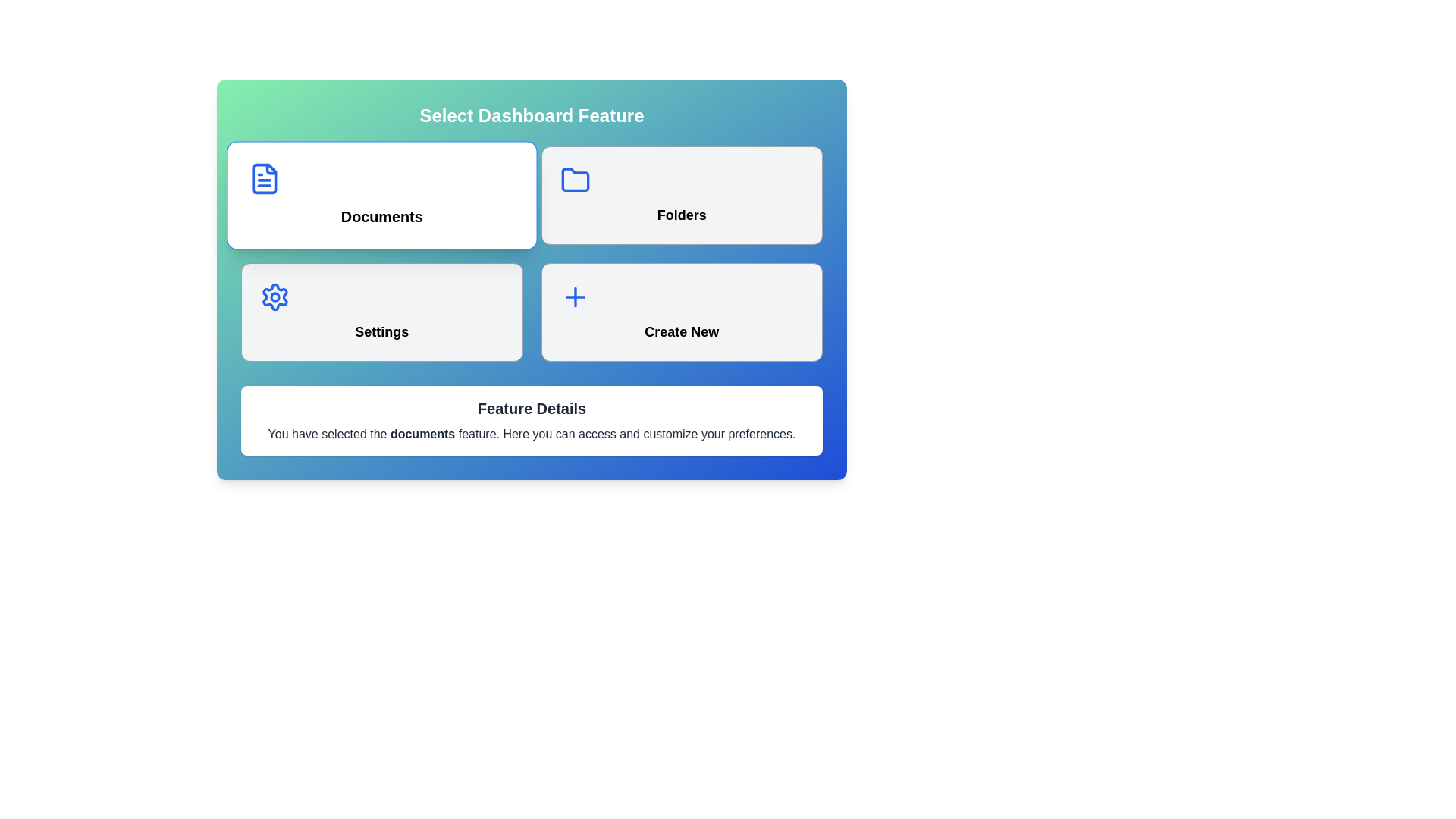 The height and width of the screenshot is (819, 1456). What do you see at coordinates (264, 177) in the screenshot?
I see `the blue file icon located above the 'Documents' text in the dashboard interface` at bounding box center [264, 177].